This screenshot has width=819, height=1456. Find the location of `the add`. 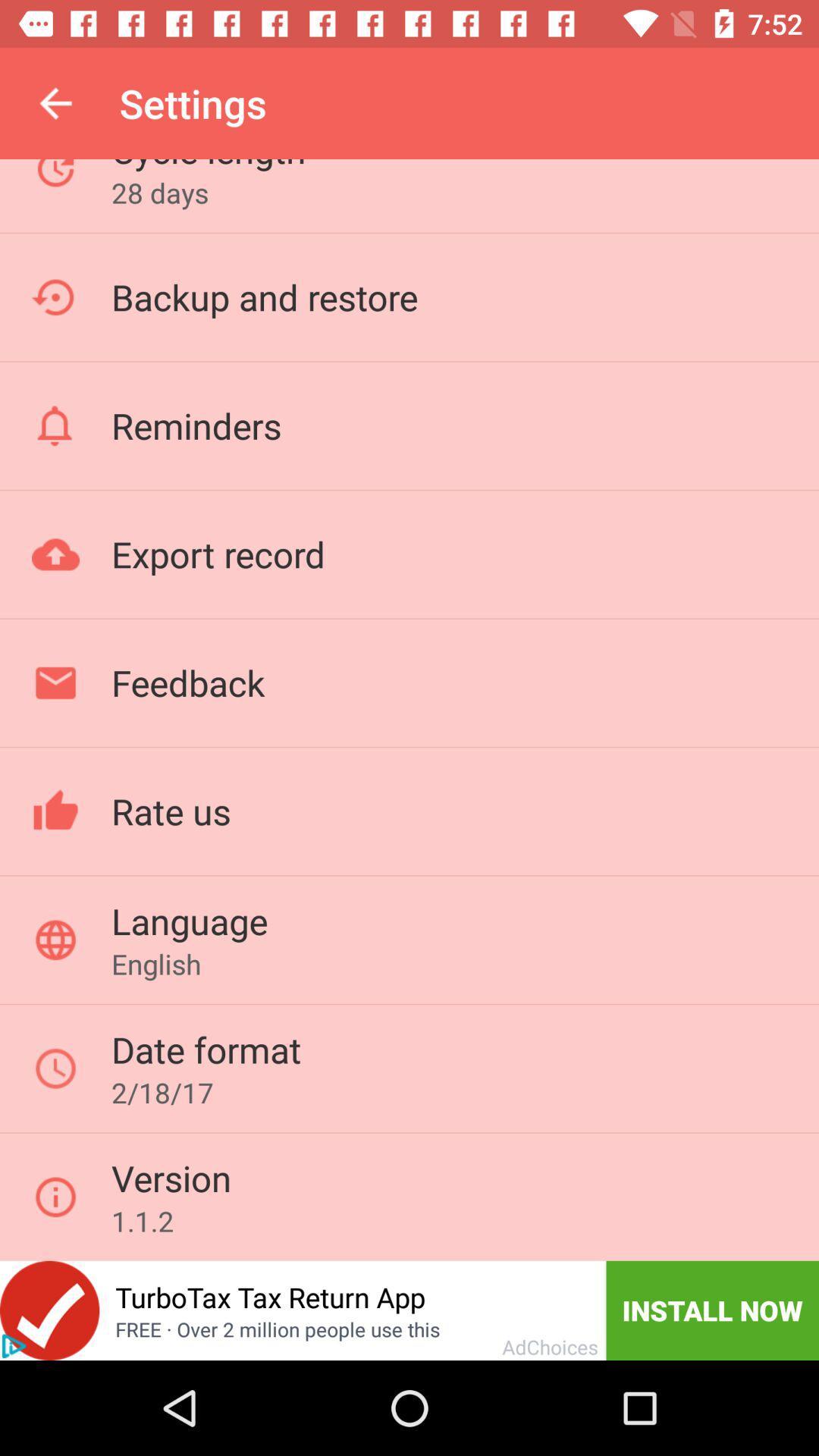

the add is located at coordinates (14, 1346).